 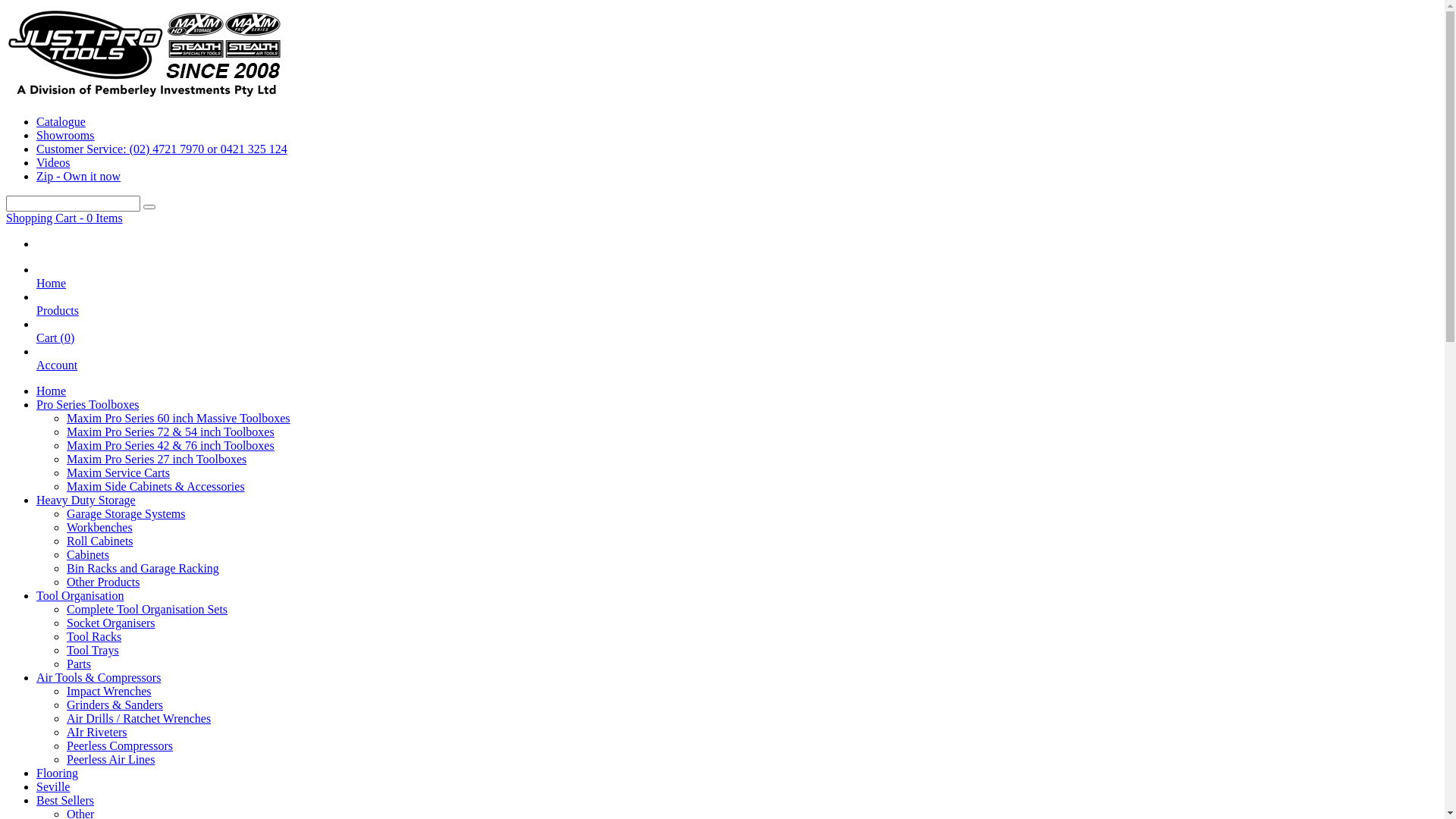 I want to click on 'Air Tools & Compressors', so click(x=97, y=676).